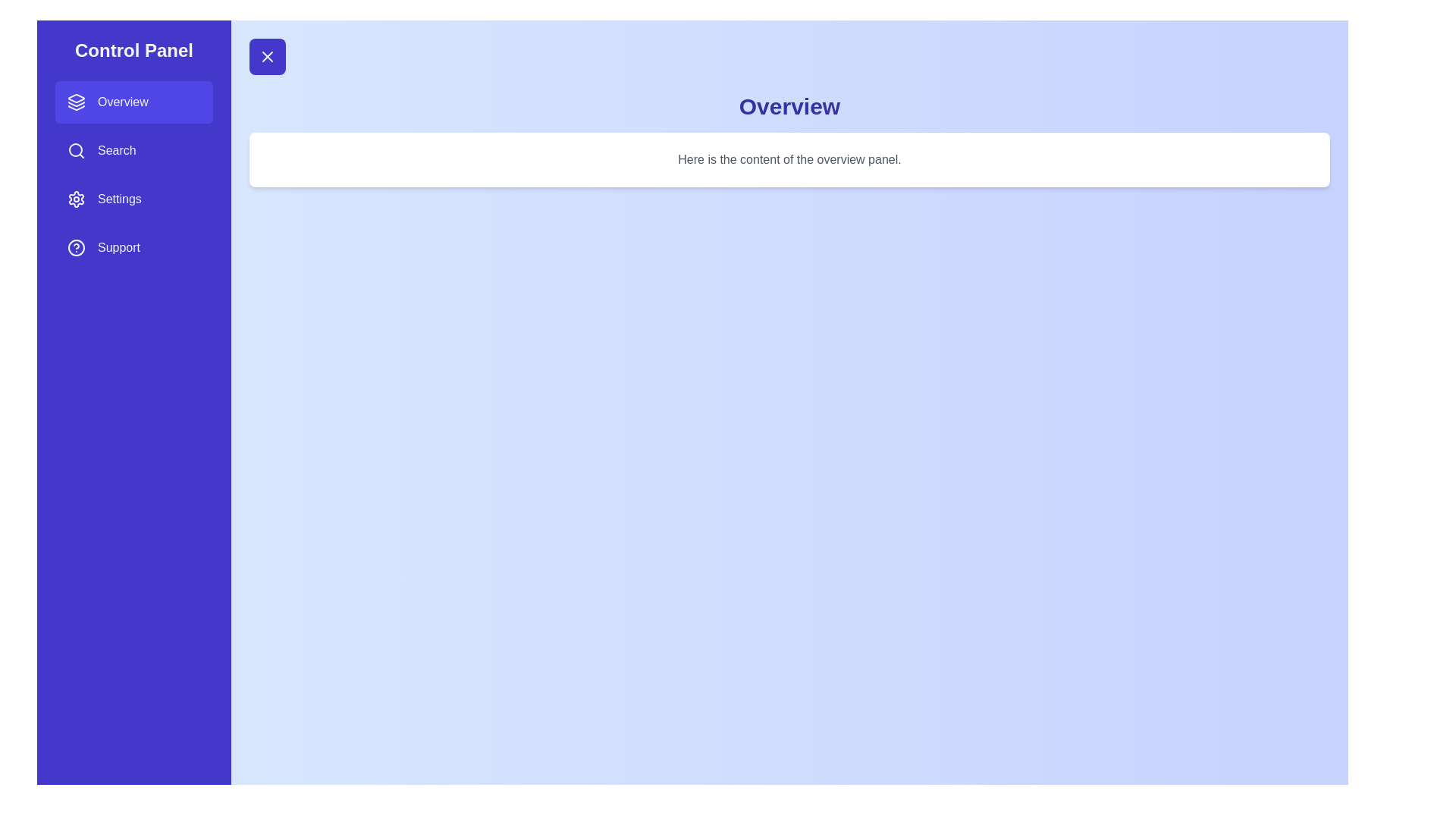  What do you see at coordinates (789, 160) in the screenshot?
I see `the content area of the panel` at bounding box center [789, 160].